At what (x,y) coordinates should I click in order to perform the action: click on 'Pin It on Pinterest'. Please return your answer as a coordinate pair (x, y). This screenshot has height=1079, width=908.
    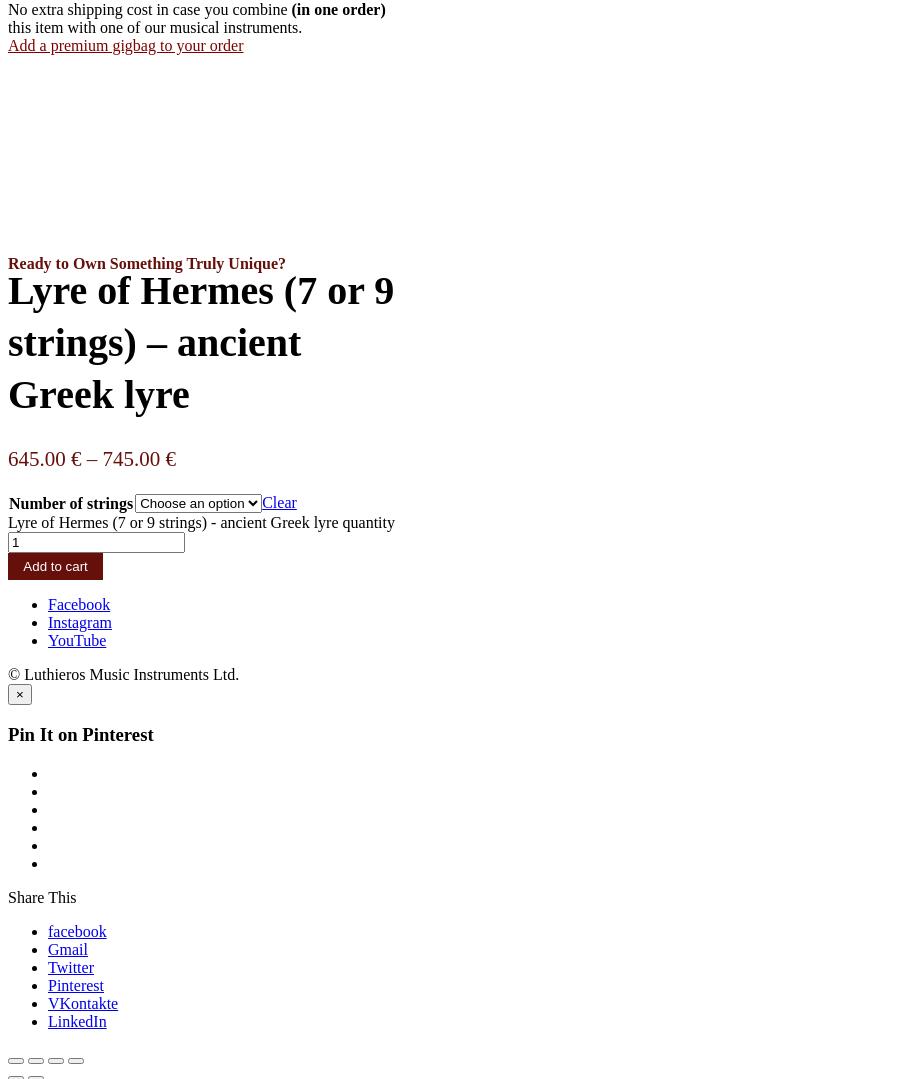
    Looking at the image, I should click on (79, 733).